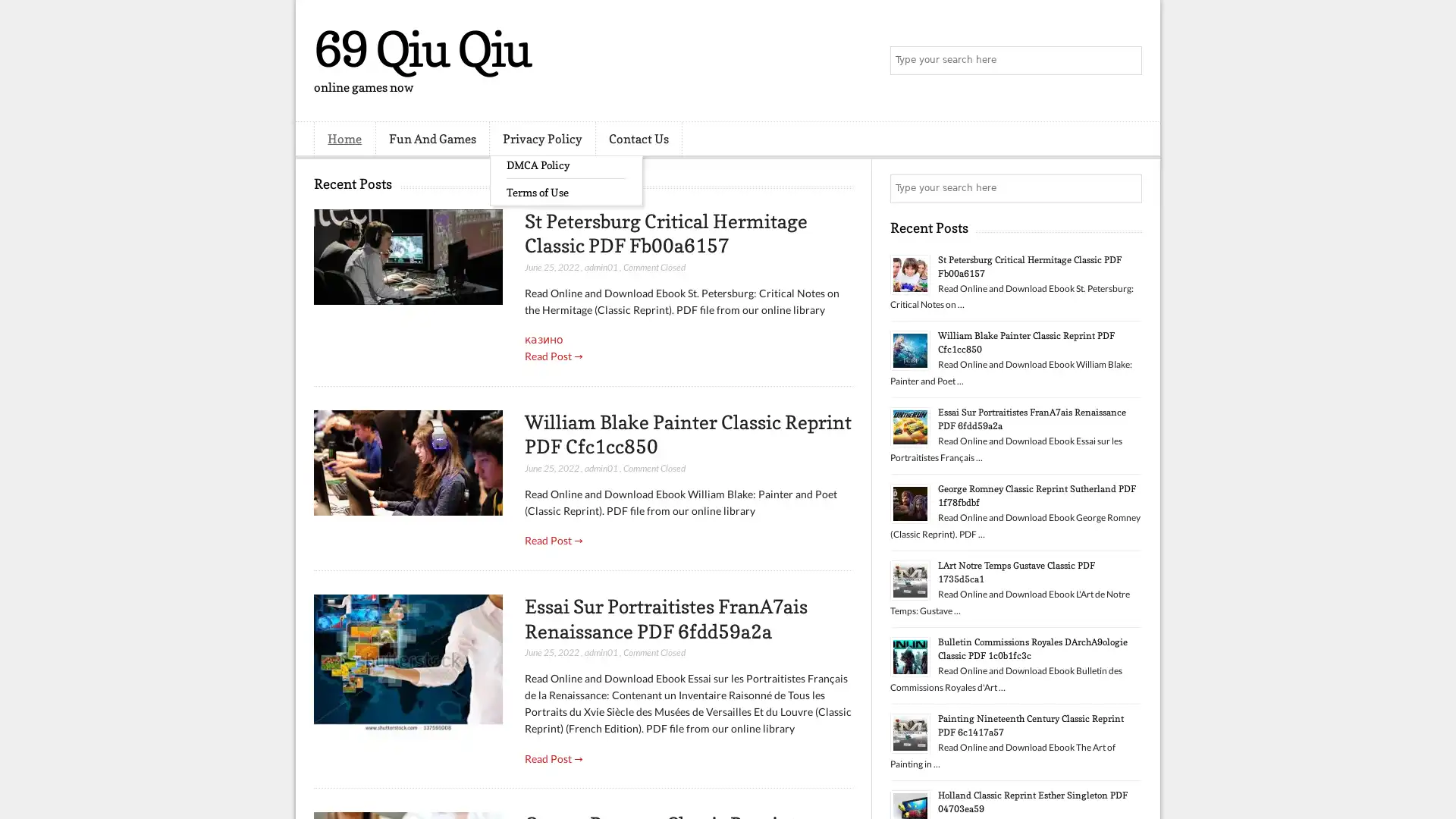 The height and width of the screenshot is (819, 1456). I want to click on Search, so click(1126, 61).